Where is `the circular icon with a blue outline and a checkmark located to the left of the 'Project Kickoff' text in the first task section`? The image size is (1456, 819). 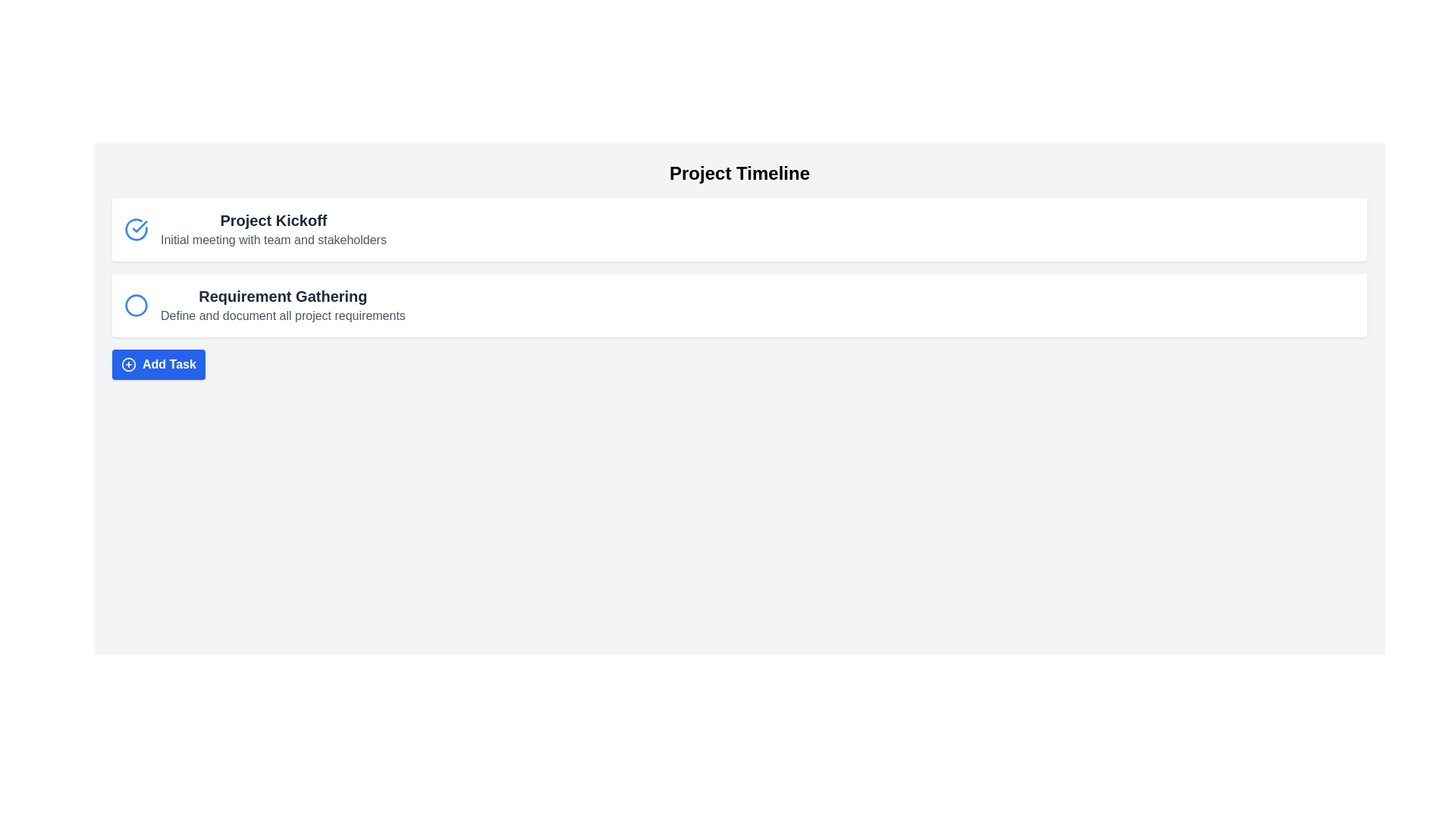 the circular icon with a blue outline and a checkmark located to the left of the 'Project Kickoff' text in the first task section is located at coordinates (136, 230).